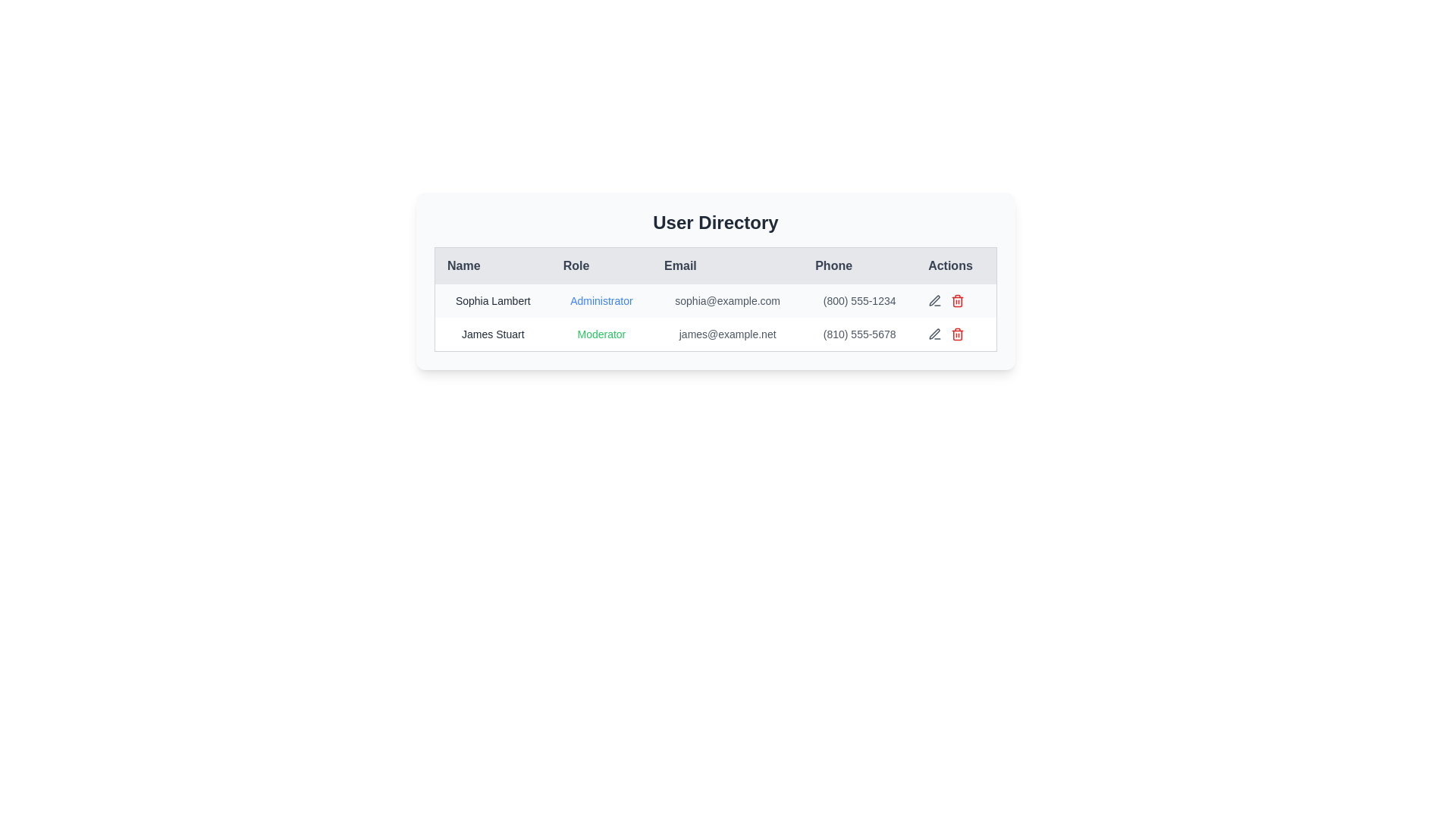 The image size is (1456, 819). What do you see at coordinates (859, 334) in the screenshot?
I see `the phone number text label '(810) 555-5678' located in the 'Phone' column of the second row for user 'James Stuart'` at bounding box center [859, 334].